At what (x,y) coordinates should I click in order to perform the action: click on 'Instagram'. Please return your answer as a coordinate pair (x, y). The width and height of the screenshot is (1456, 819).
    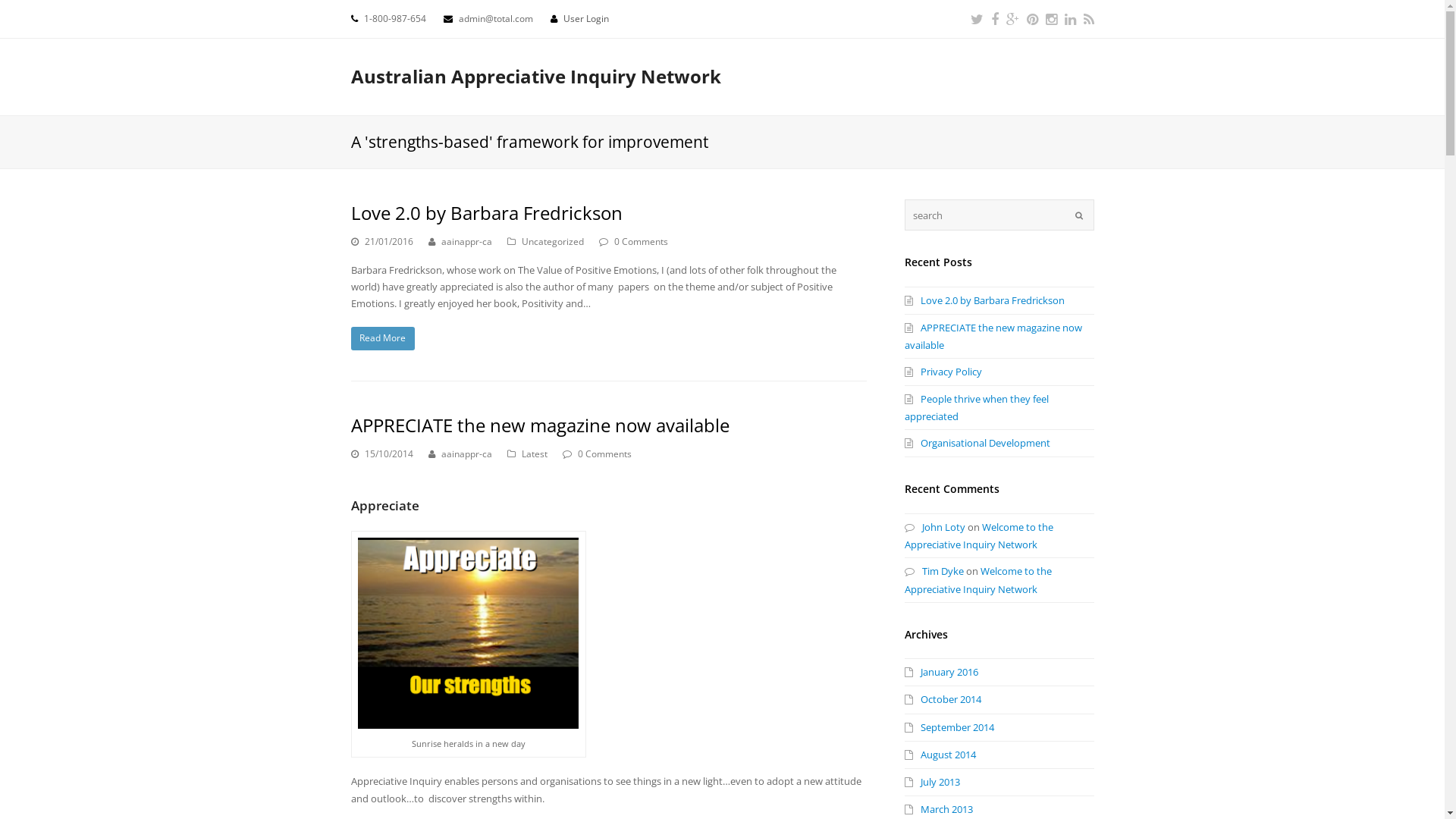
    Looking at the image, I should click on (1050, 18).